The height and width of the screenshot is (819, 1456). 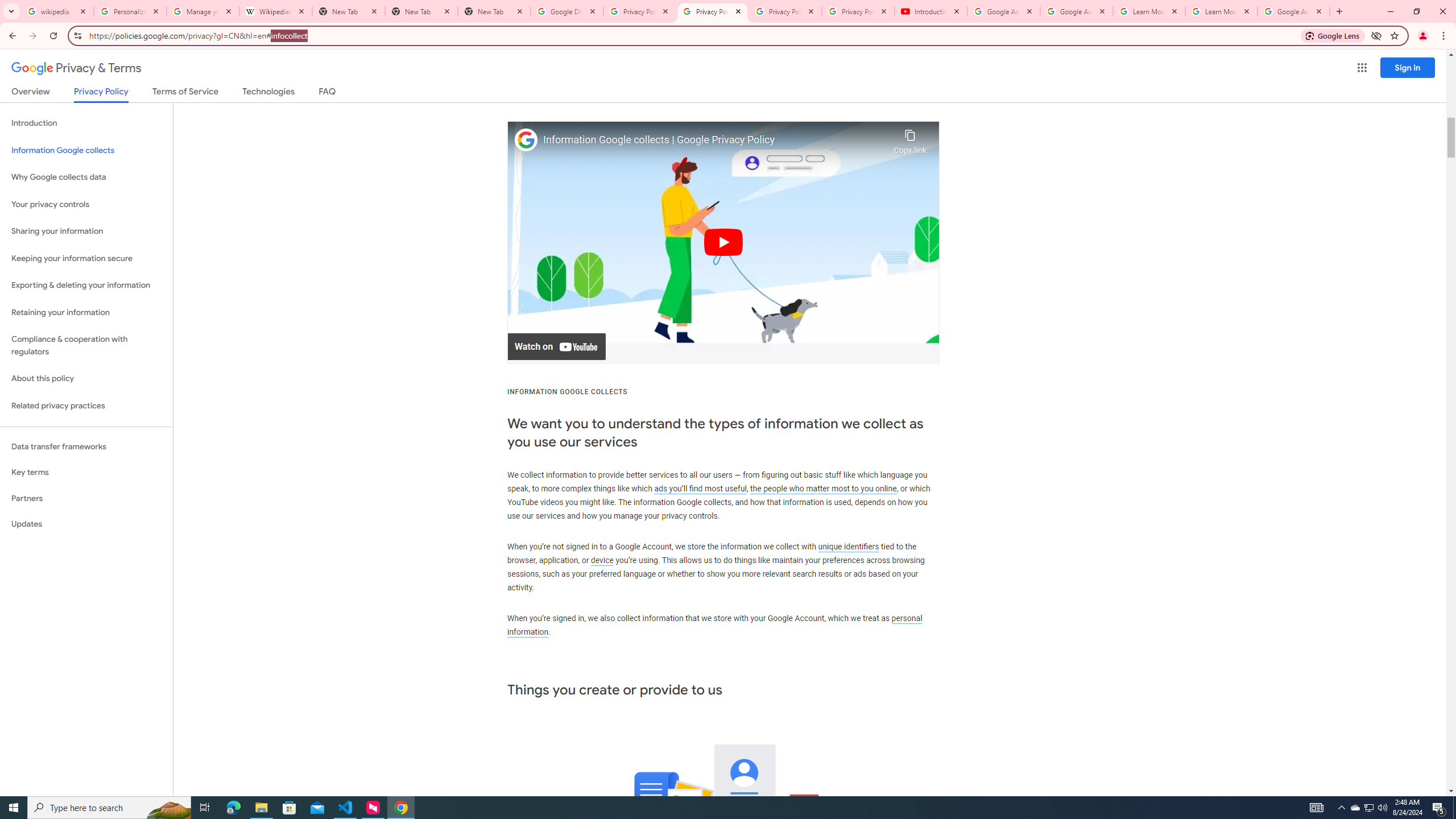 I want to click on 'Search with Google Lens', so click(x=1333, y=35).